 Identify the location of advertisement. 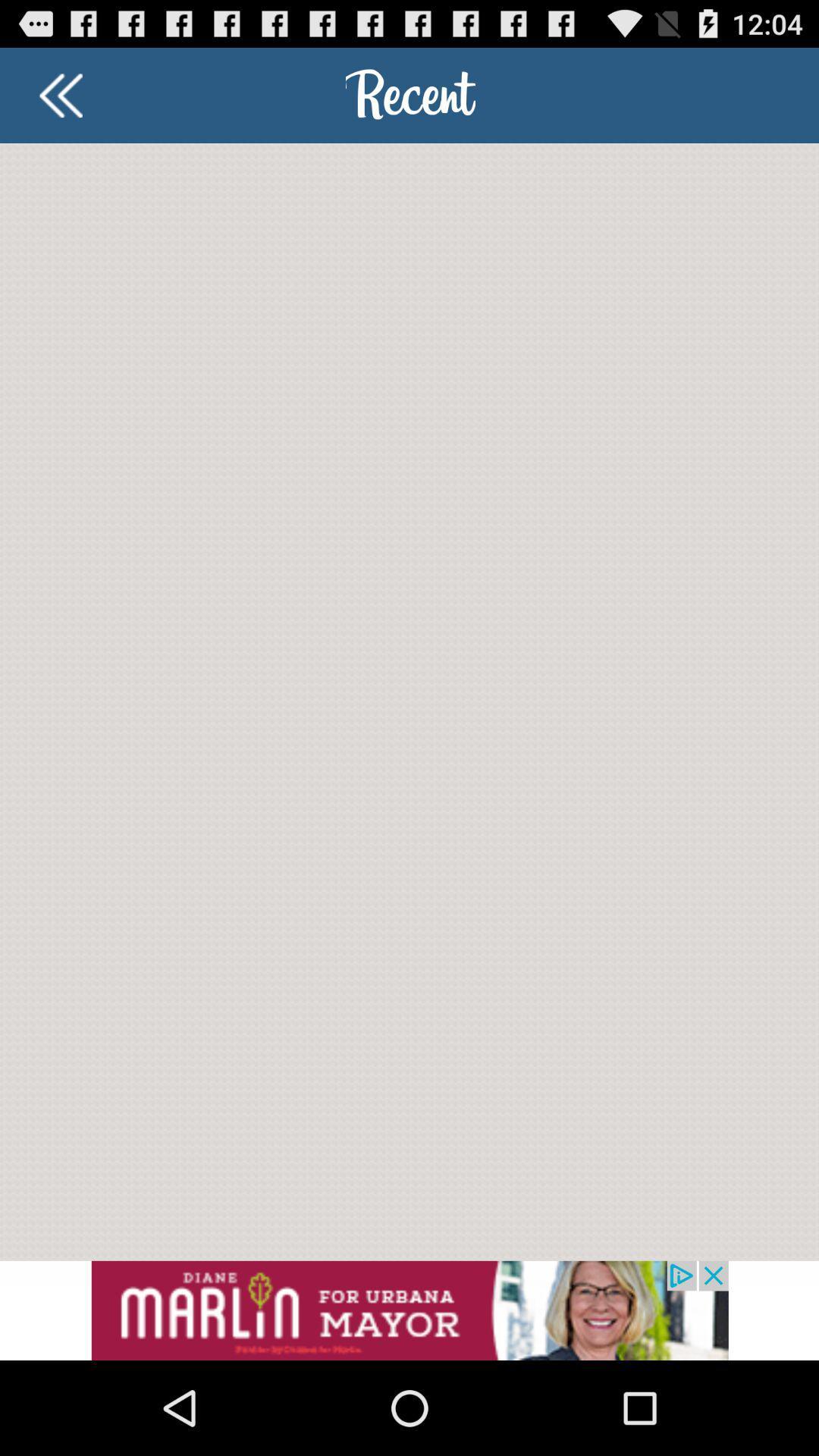
(409, 1310).